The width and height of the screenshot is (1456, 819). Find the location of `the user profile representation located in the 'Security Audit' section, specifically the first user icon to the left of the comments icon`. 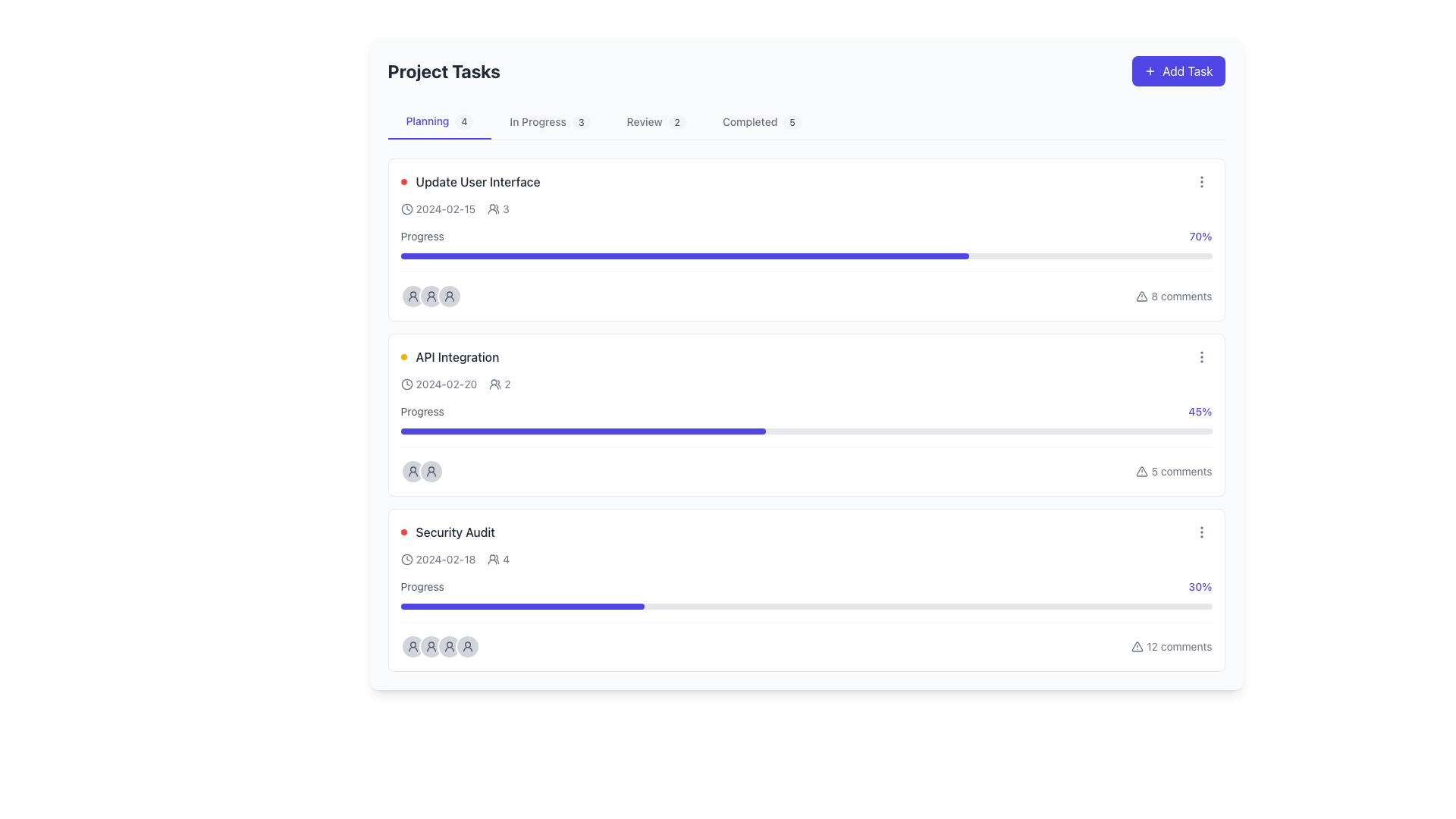

the user profile representation located in the 'Security Audit' section, specifically the first user icon to the left of the comments icon is located at coordinates (439, 646).